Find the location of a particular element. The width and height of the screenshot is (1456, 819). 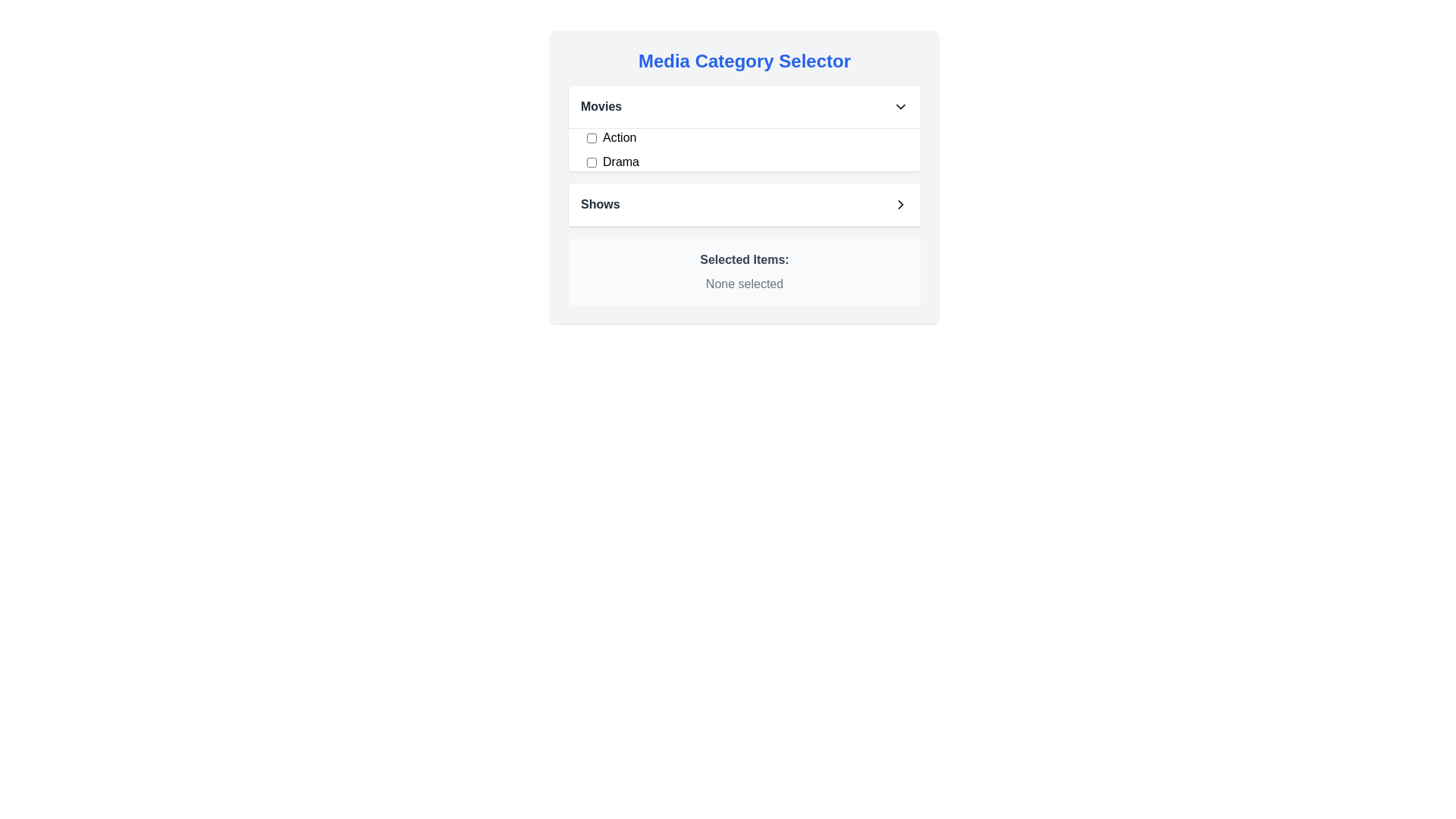

the chevron icon on the right edge of the 'Shows' dropdown header to interact with the dropdown functionality is located at coordinates (901, 205).